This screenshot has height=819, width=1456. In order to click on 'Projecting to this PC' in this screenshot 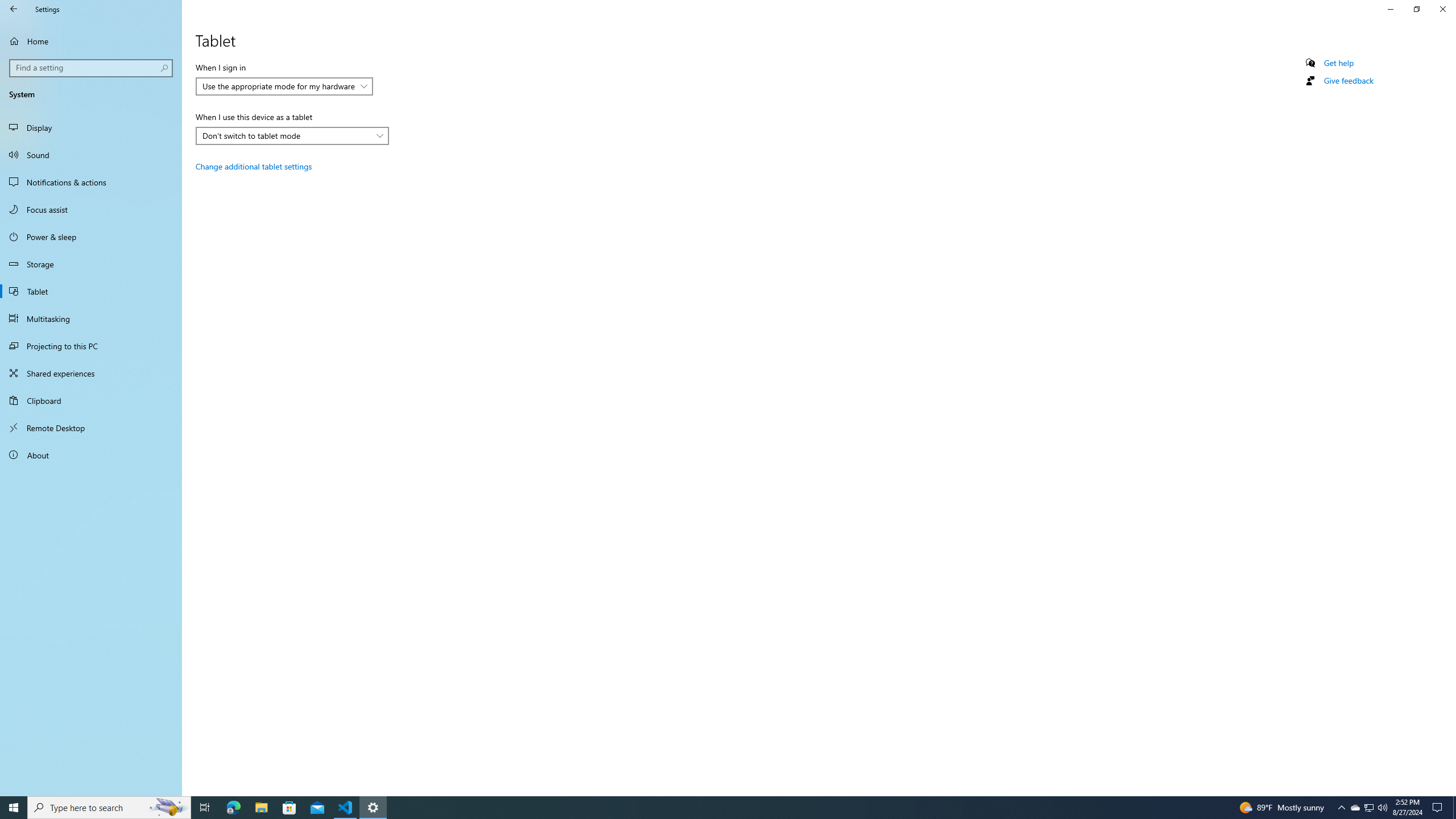, I will do `click(90, 346)`.